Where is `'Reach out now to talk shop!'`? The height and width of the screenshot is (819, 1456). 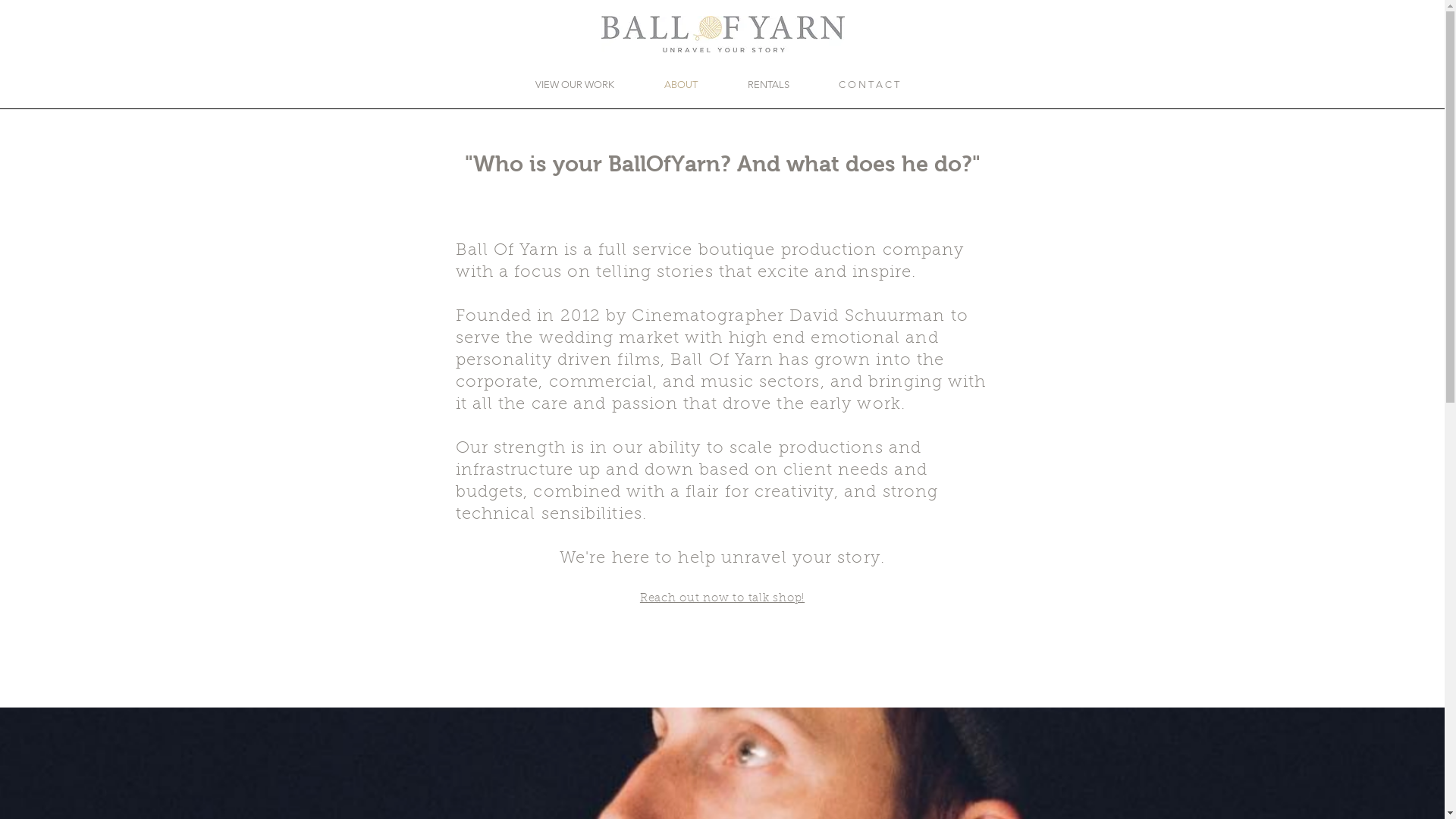 'Reach out now to talk shop!' is located at coordinates (721, 596).